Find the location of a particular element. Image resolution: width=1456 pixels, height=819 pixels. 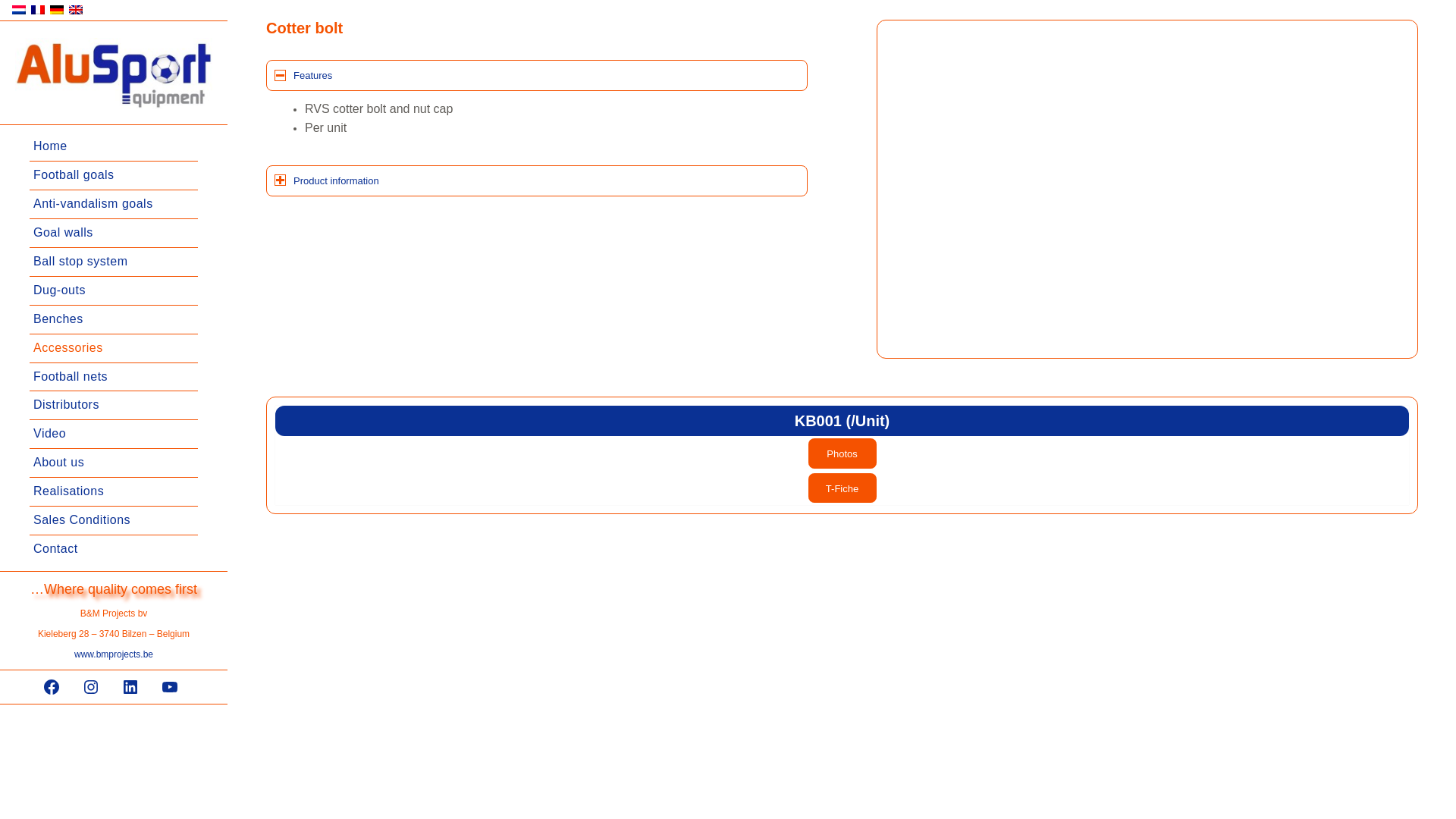

'Football nets' is located at coordinates (112, 376).